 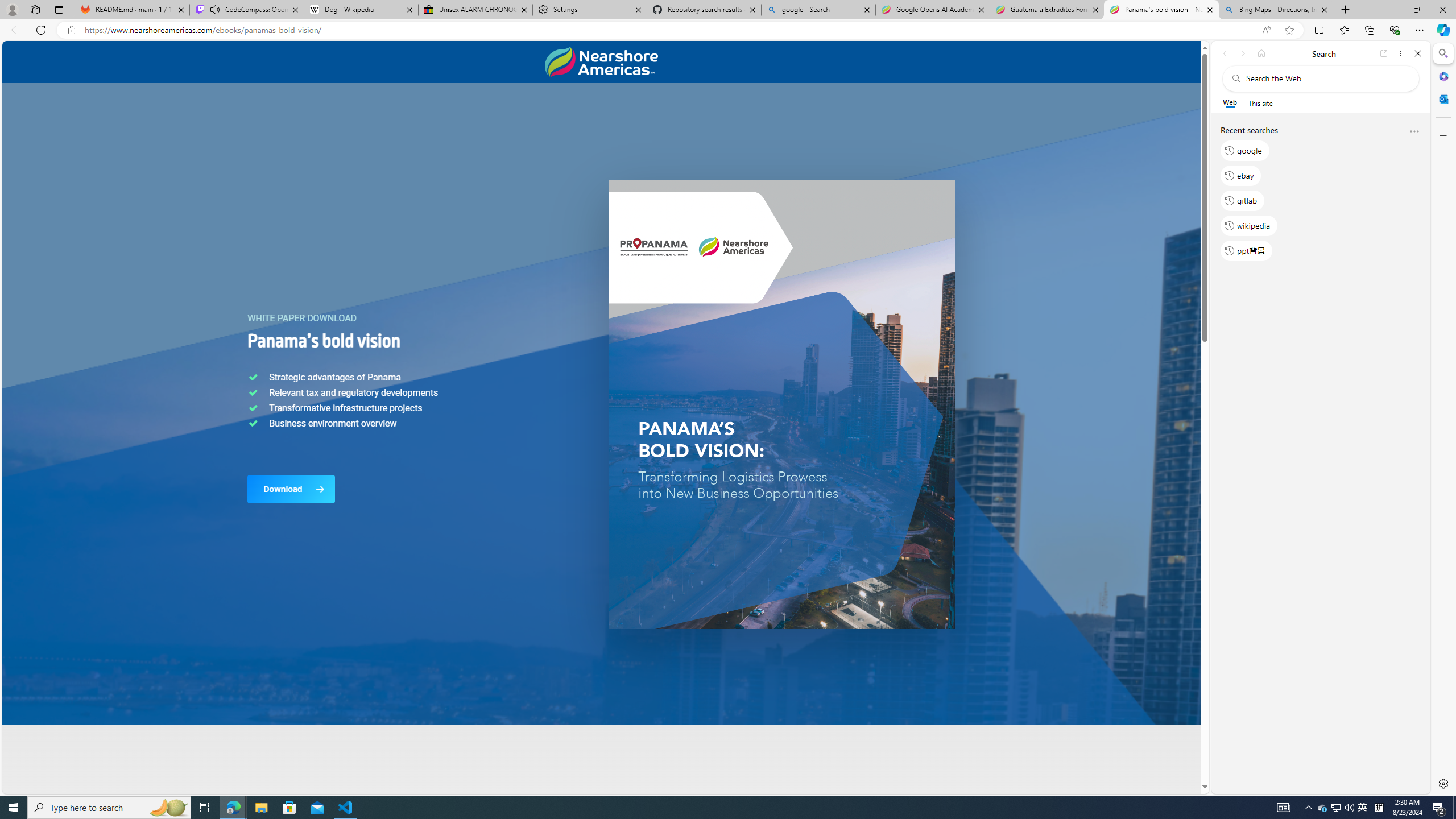 I want to click on 'Close', so click(x=1417, y=53).